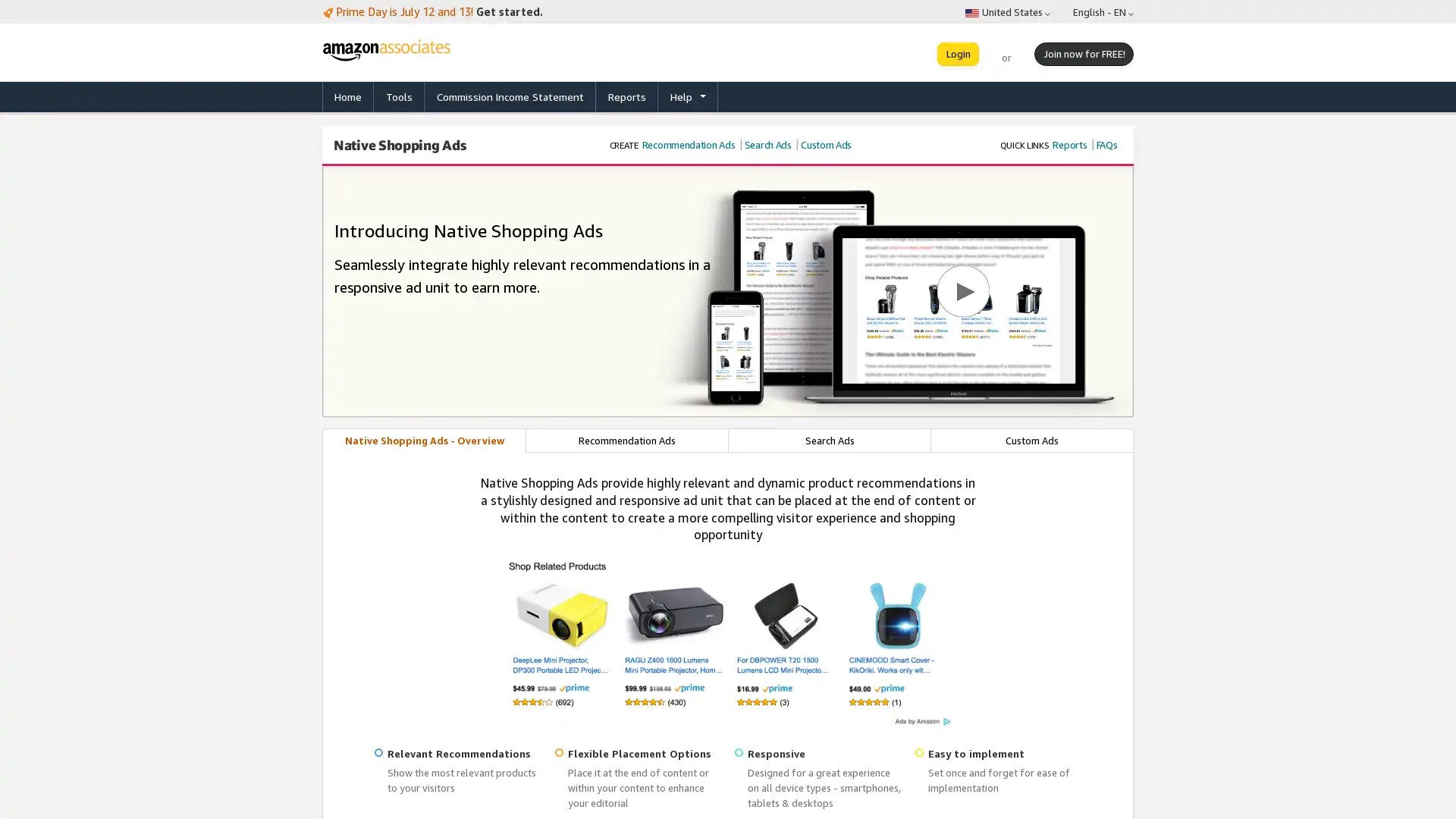  I want to click on English - EN, so click(1103, 11).